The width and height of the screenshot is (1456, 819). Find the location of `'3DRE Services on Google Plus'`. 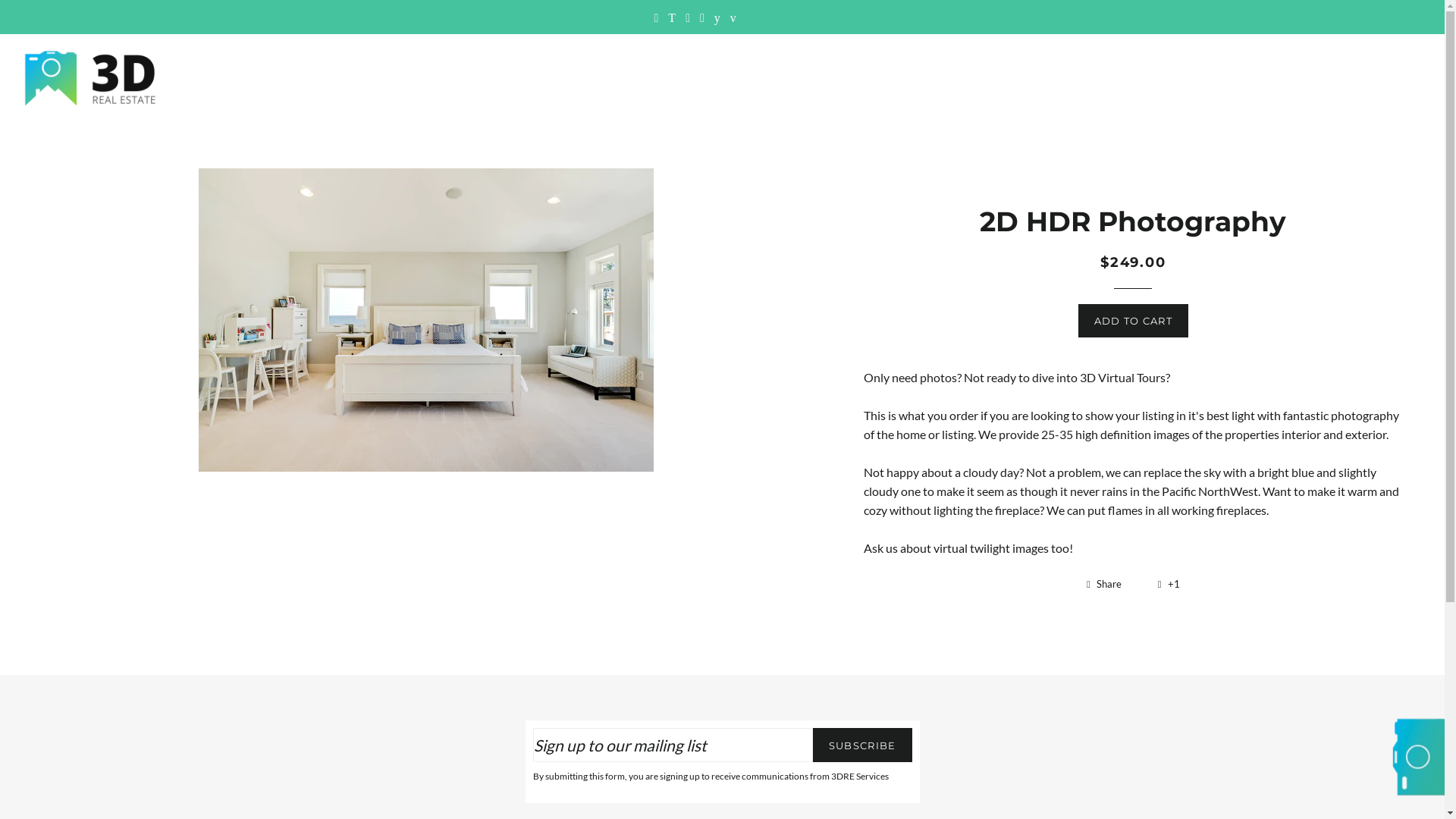

'3DRE Services on Google Plus' is located at coordinates (701, 17).